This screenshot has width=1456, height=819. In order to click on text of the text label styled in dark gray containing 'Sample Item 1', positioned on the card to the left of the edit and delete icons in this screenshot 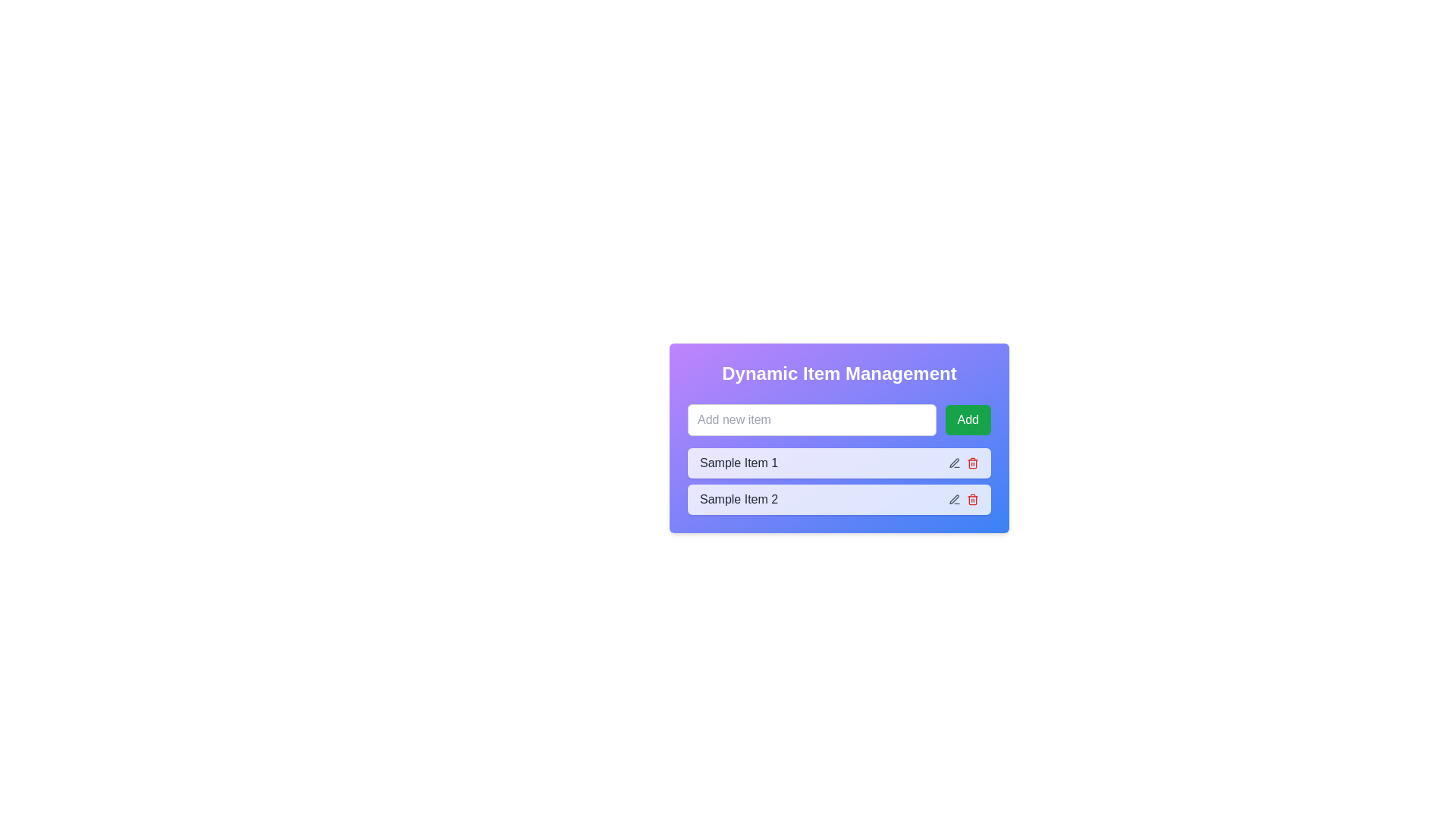, I will do `click(739, 462)`.